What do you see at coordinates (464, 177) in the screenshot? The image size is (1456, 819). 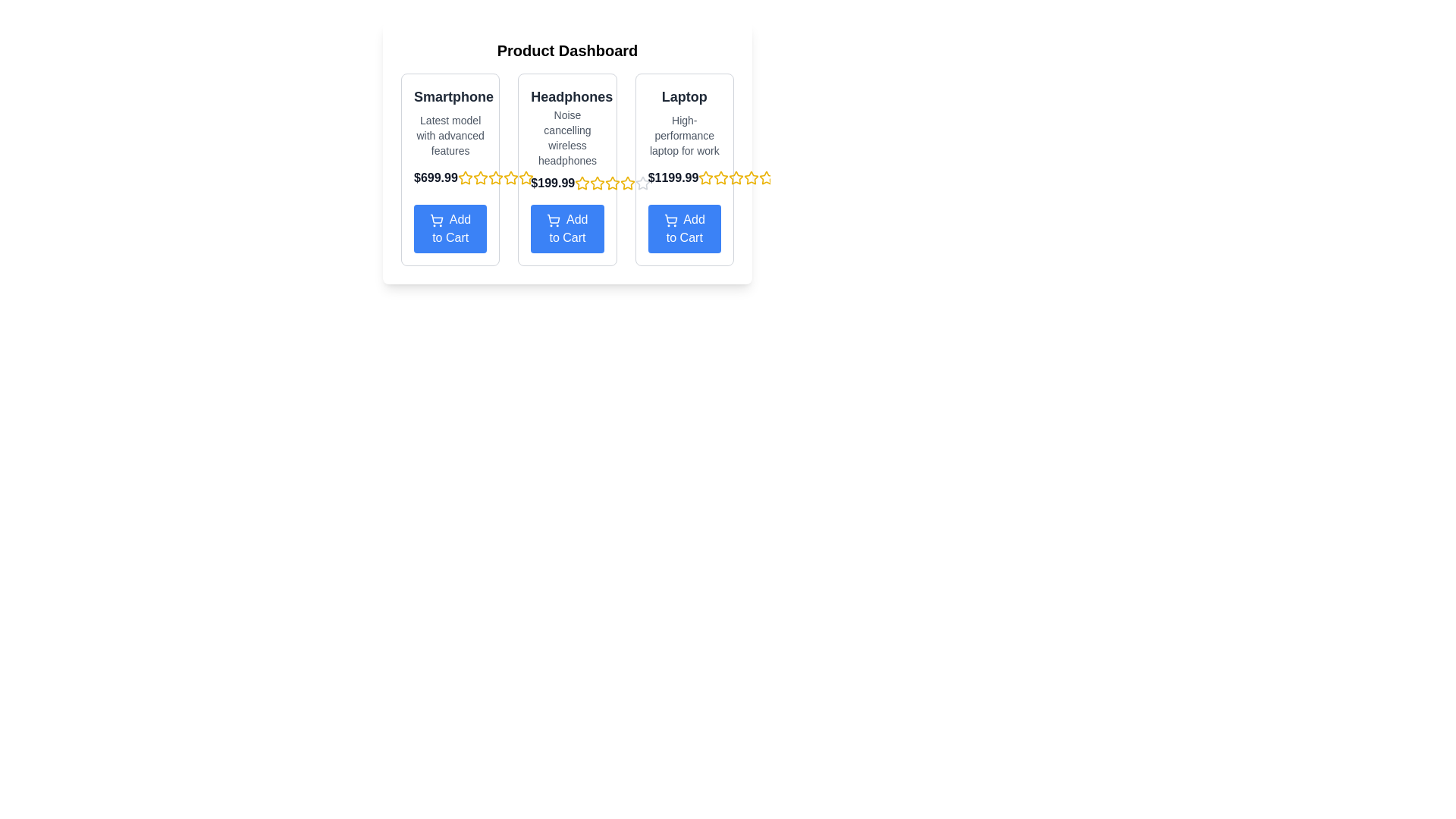 I see `the second star icon in the rating system located under the price '$699.99' for the 'Smartphone' product section` at bounding box center [464, 177].